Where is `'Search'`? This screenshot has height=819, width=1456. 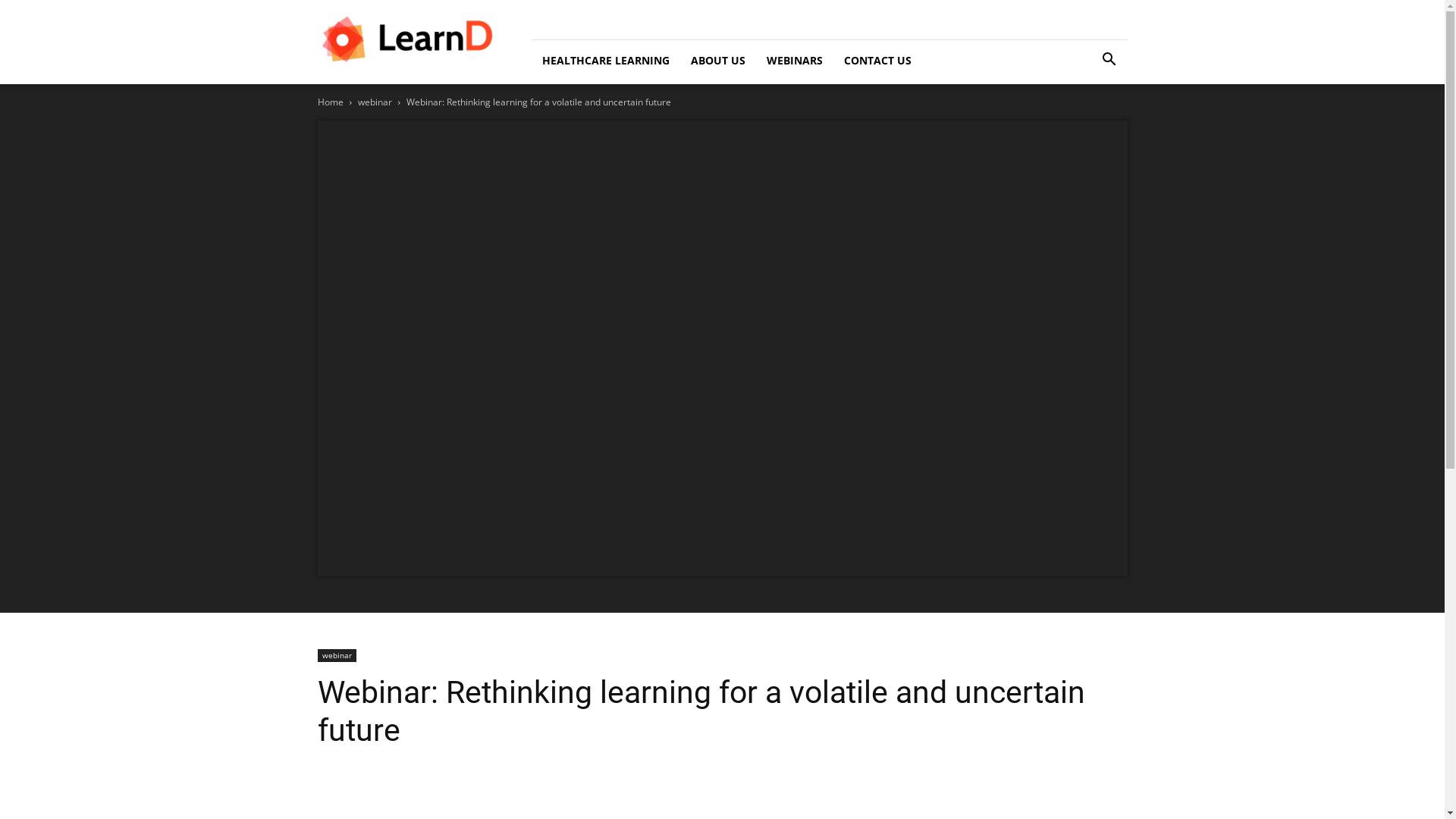 'Search' is located at coordinates (1084, 122).